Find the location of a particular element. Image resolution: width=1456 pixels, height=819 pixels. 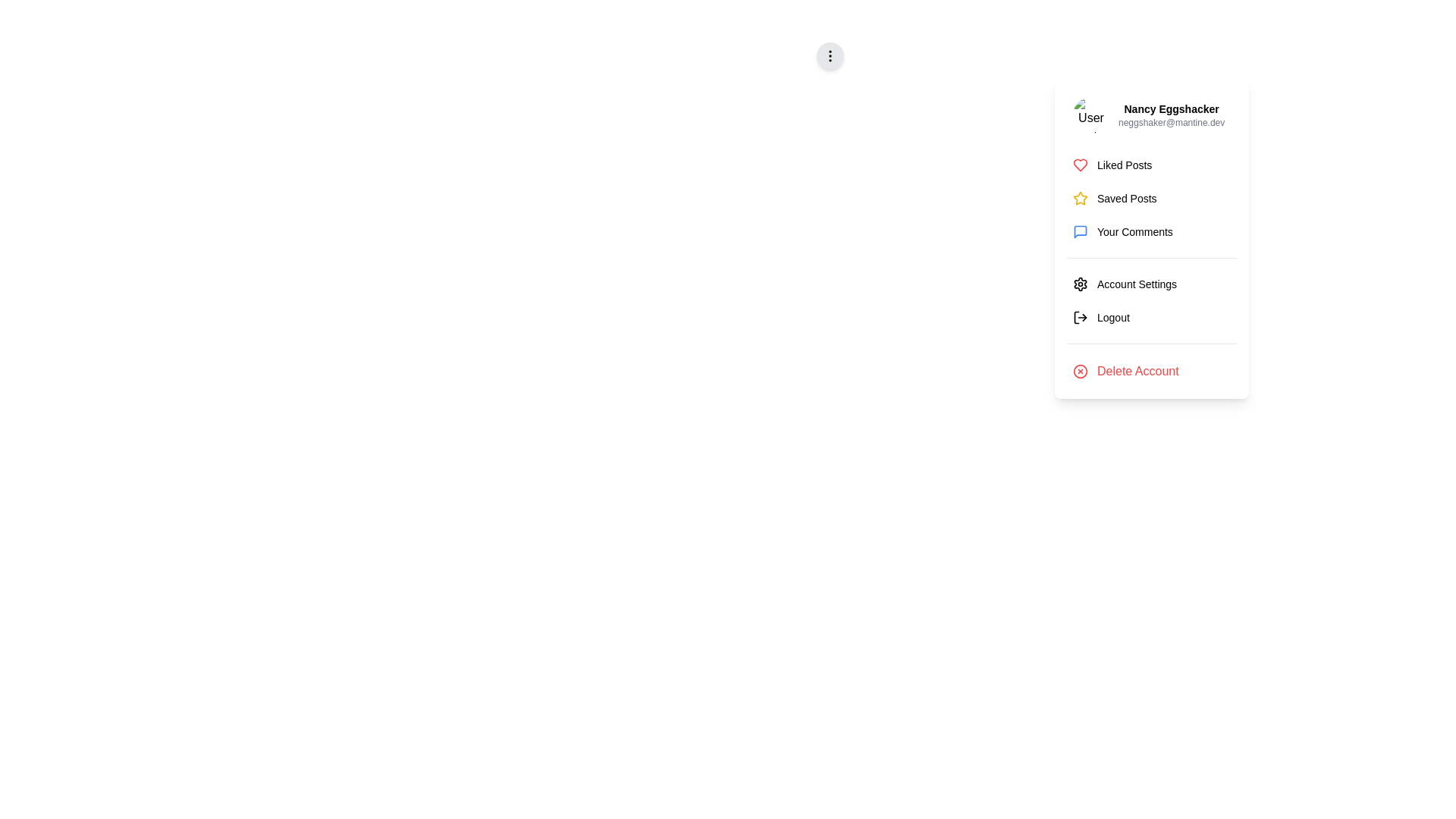

the 'Account Settings' menu item, which features a gear icon on the left and is located beneath user-related information in the menu section is located at coordinates (1151, 284).